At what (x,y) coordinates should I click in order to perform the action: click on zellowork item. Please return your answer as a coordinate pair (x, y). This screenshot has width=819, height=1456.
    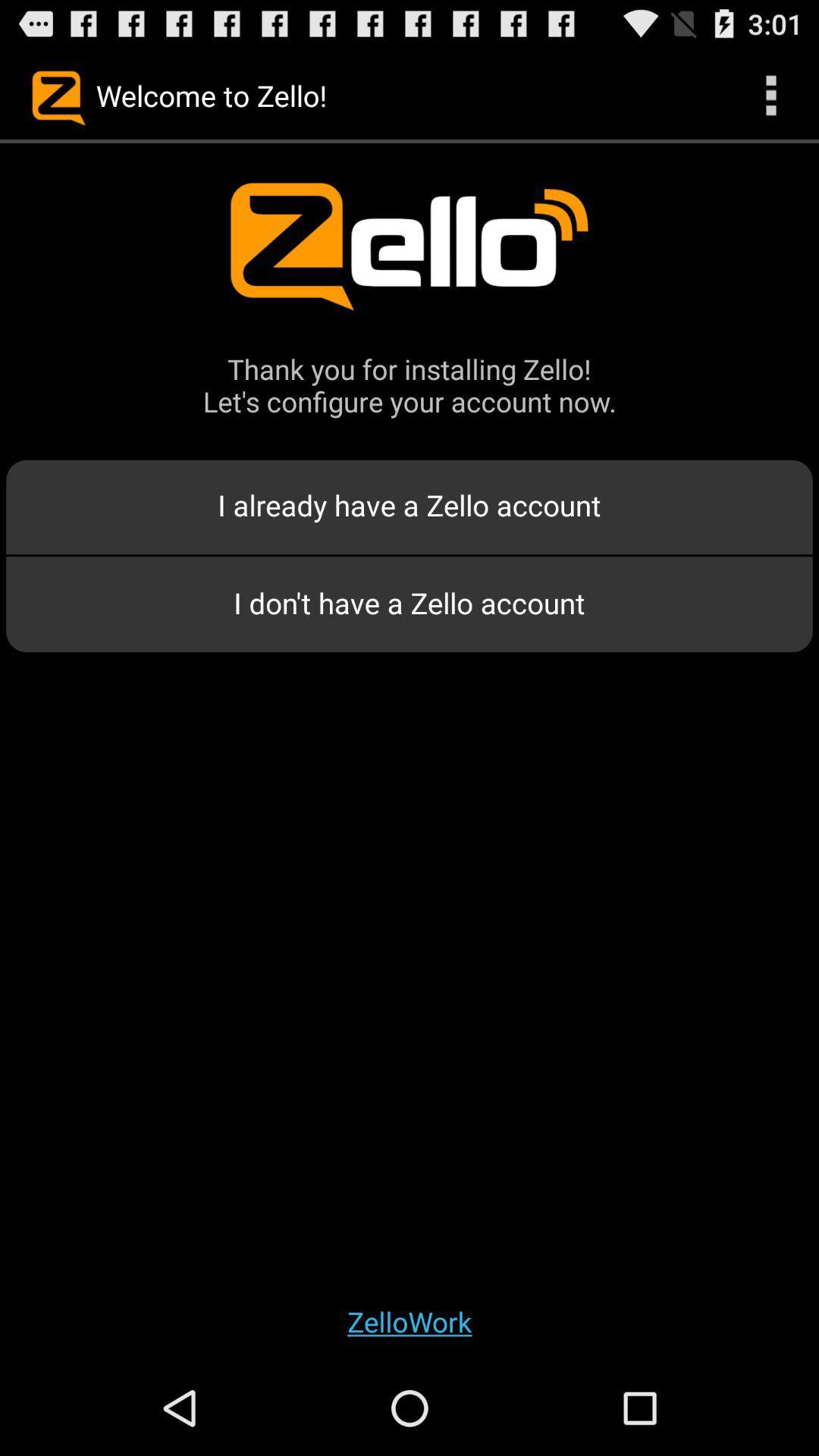
    Looking at the image, I should click on (409, 1320).